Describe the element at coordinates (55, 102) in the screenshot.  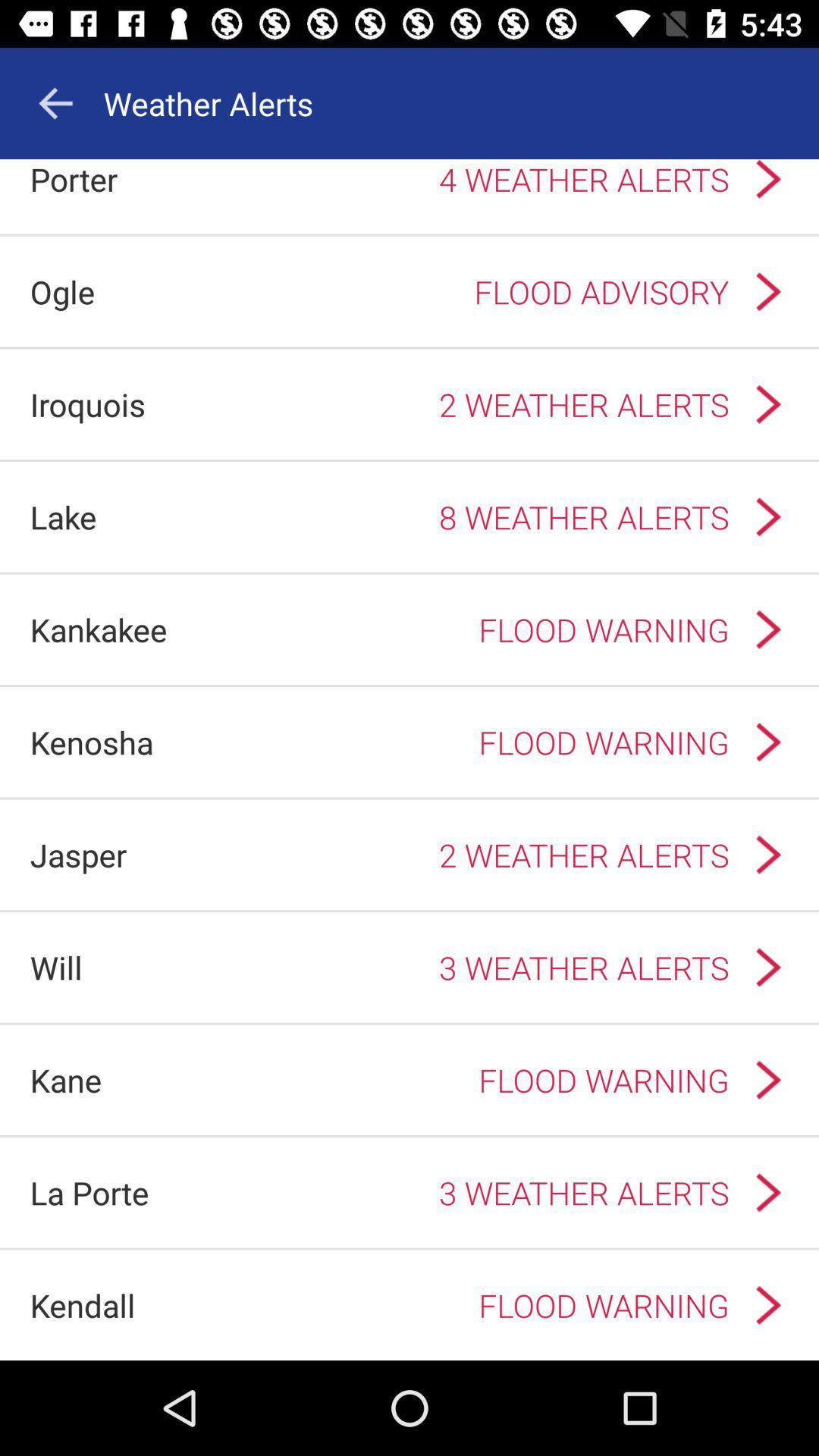
I see `the arrow_backward icon` at that location.